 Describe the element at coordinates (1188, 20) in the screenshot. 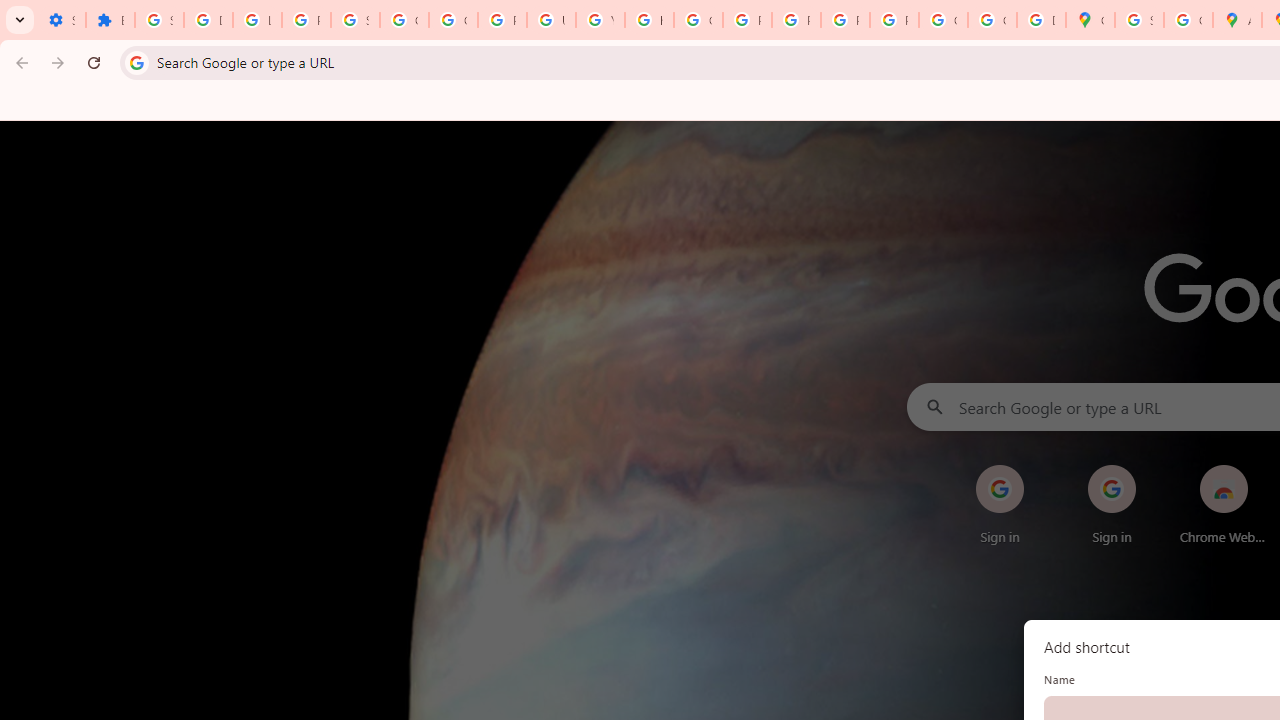

I see `'Create your Google Account'` at that location.